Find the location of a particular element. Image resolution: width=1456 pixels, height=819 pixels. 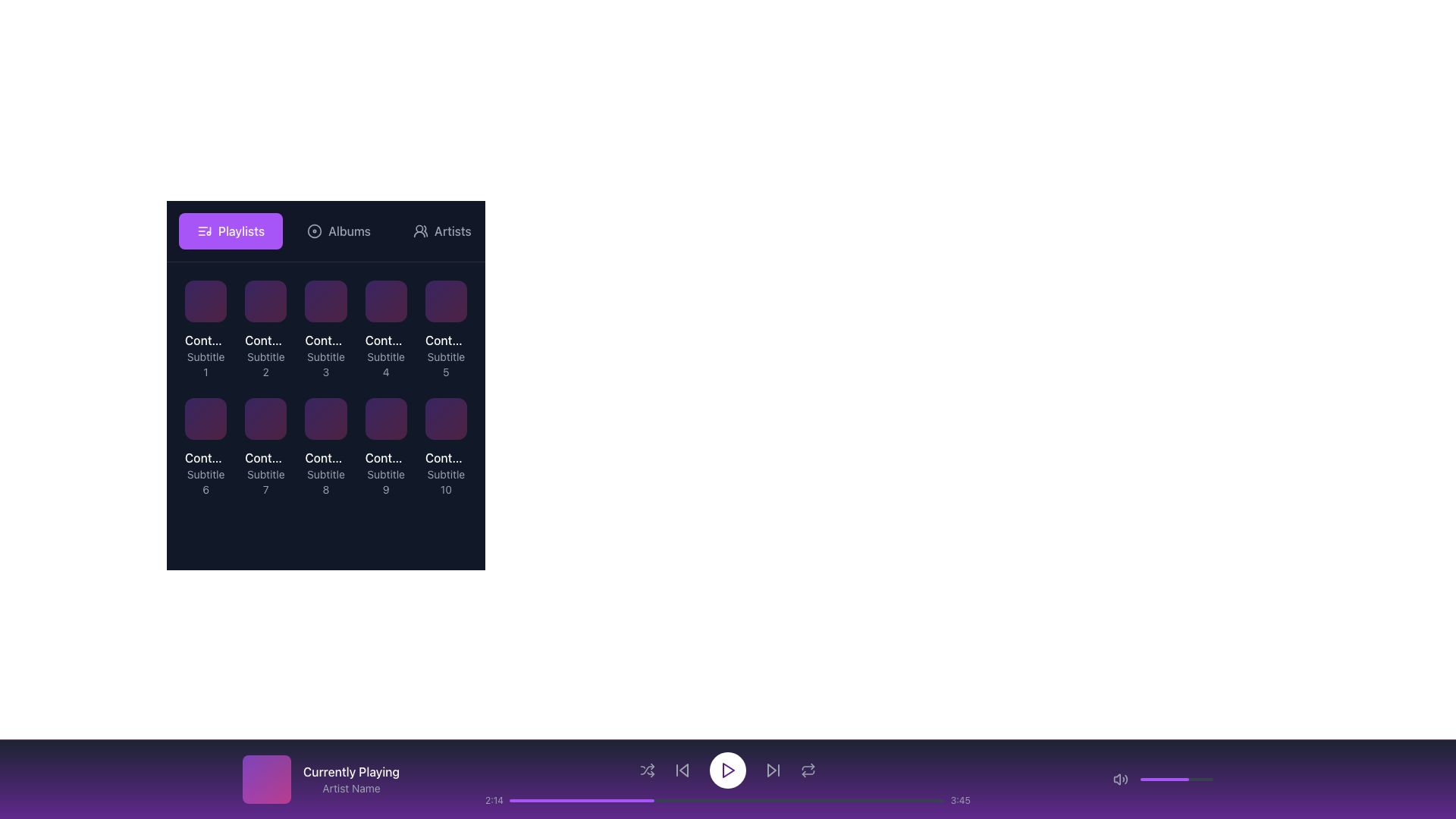

the media control icon located to the left of the central play button in the media playback interface for keyboard interaction is located at coordinates (771, 770).